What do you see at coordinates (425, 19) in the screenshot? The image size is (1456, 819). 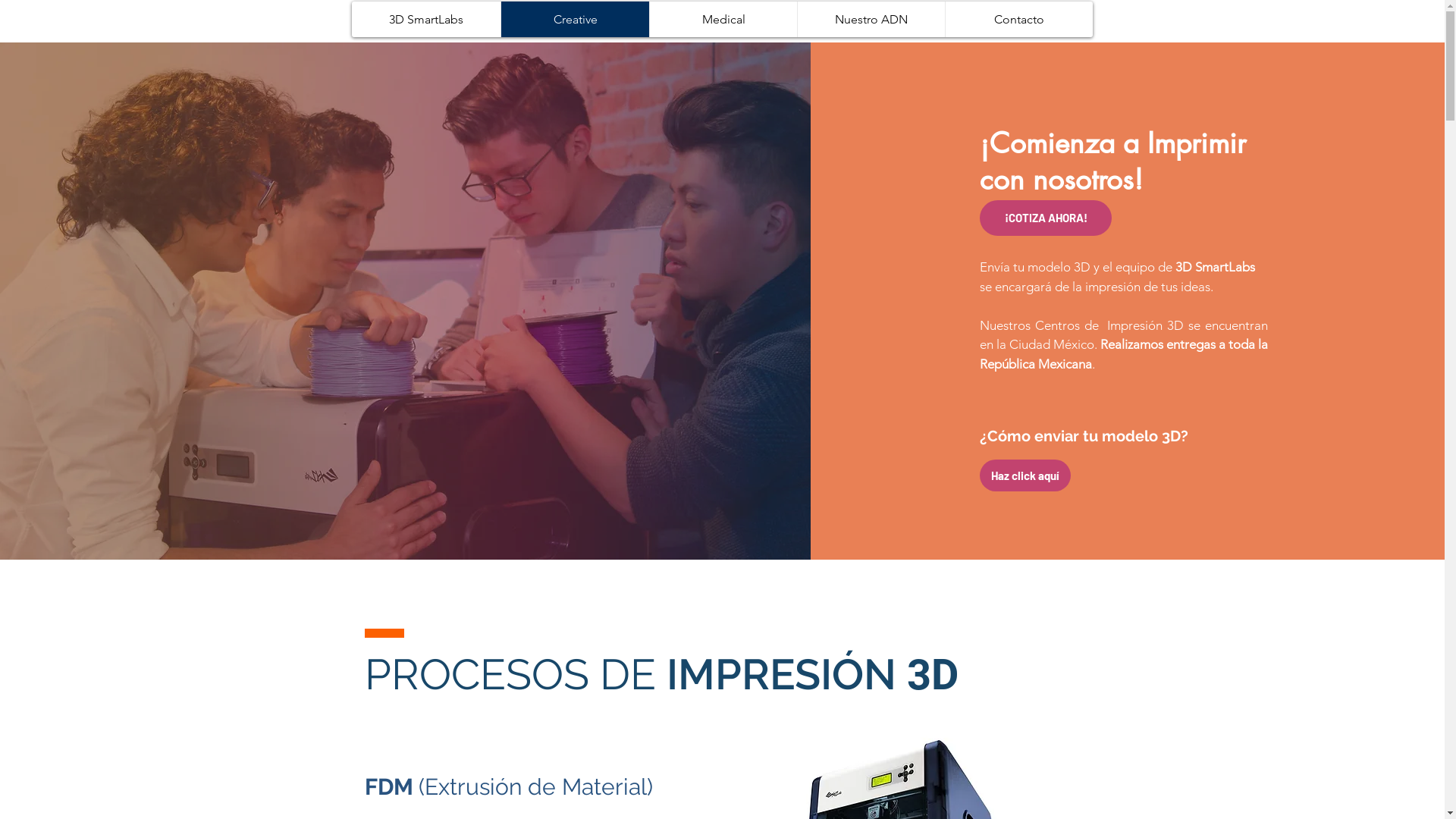 I see `'3D SmartLabs'` at bounding box center [425, 19].